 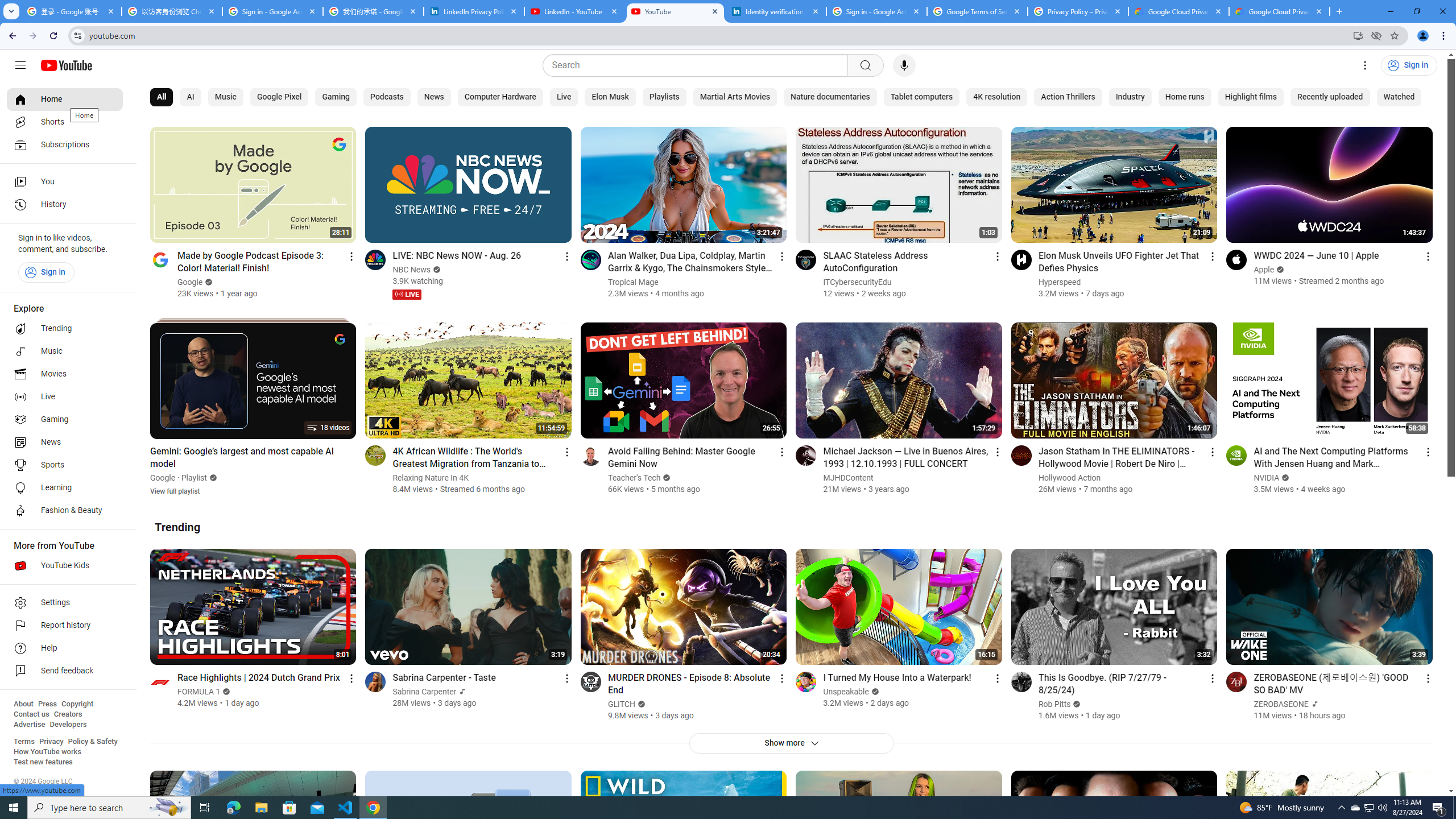 I want to click on 'View full playlist', so click(x=175, y=490).